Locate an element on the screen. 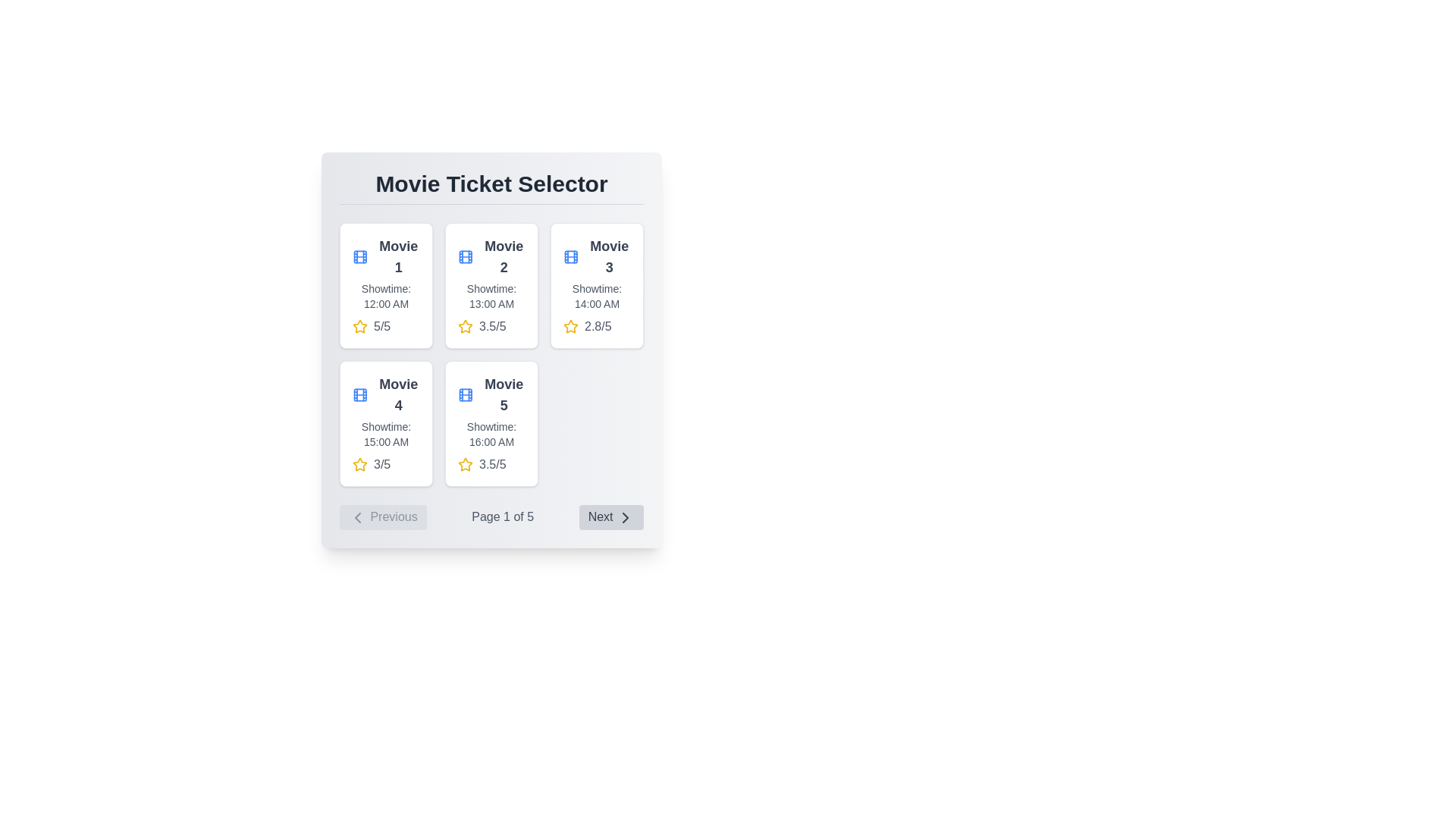  rating value displayed in the Rating Display Component, which shows a yellow star icon and the text '3.5/5'. This component is located under 'Showtime: 13:00 AM' within the second card of the grid layout is located at coordinates (491, 326).